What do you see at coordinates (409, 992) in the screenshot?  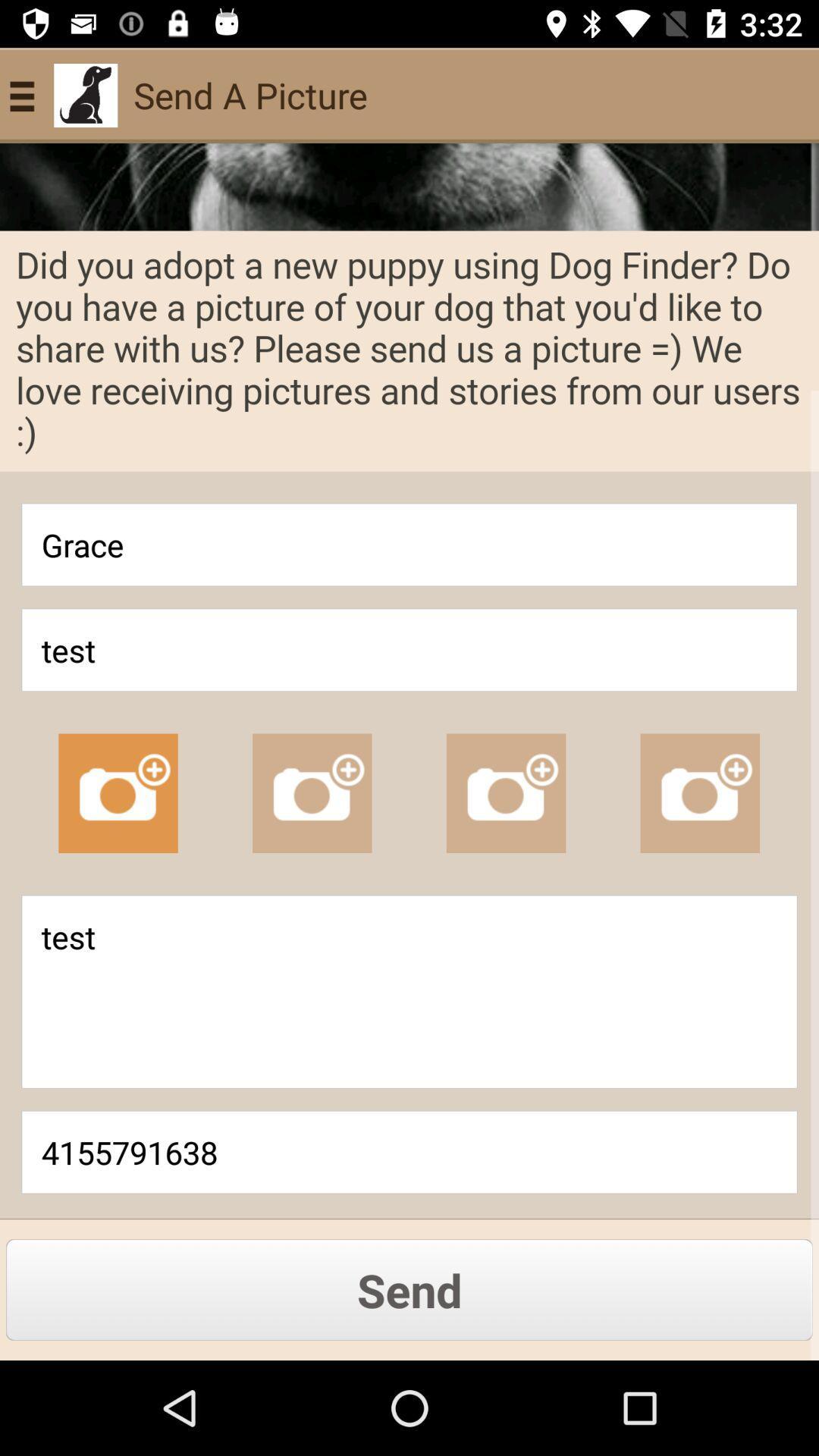 I see `the button above 4155791638` at bounding box center [409, 992].